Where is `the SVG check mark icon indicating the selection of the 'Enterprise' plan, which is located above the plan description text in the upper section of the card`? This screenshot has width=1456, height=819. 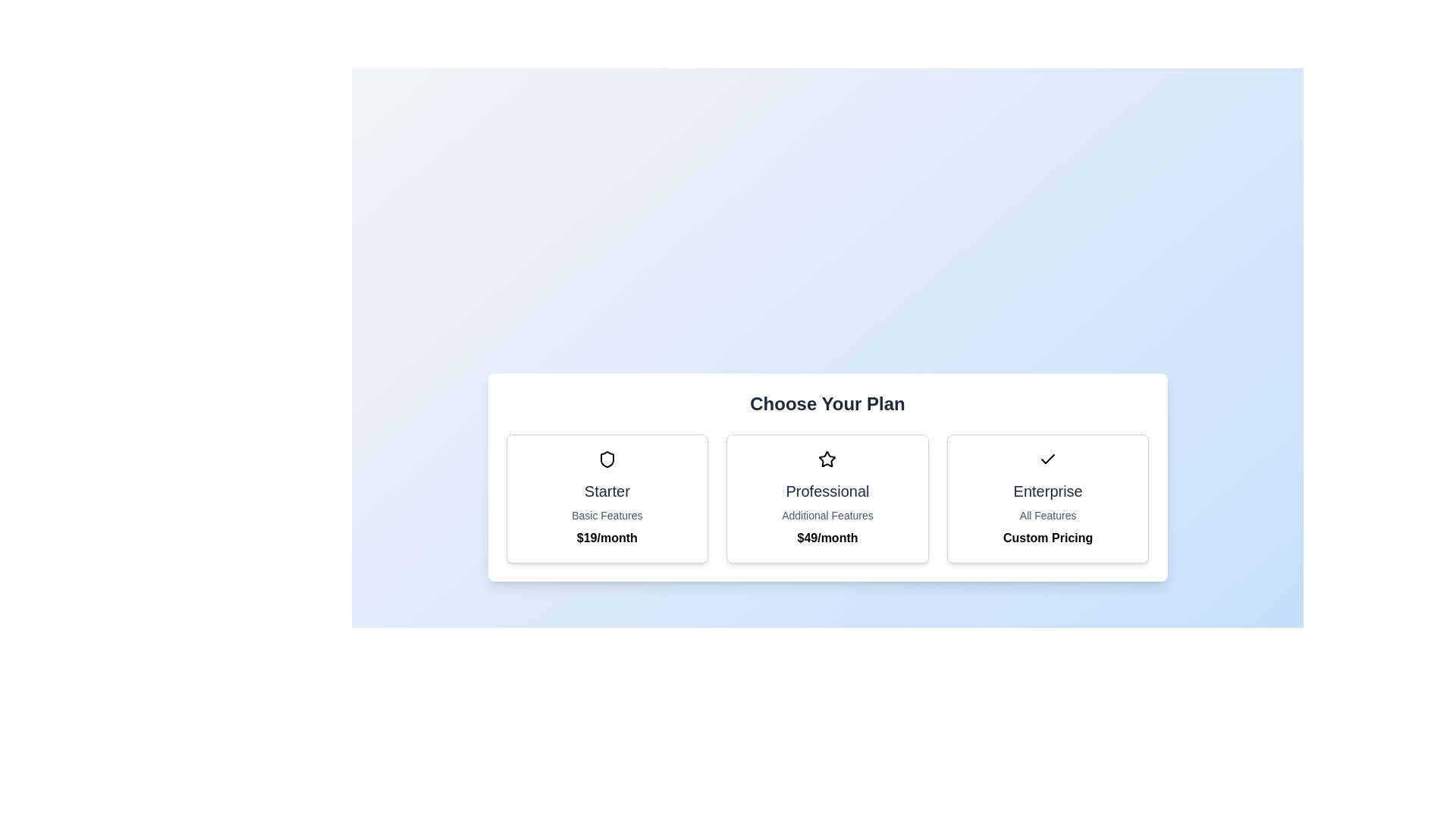
the SVG check mark icon indicating the selection of the 'Enterprise' plan, which is located above the plan description text in the upper section of the card is located at coordinates (1047, 458).